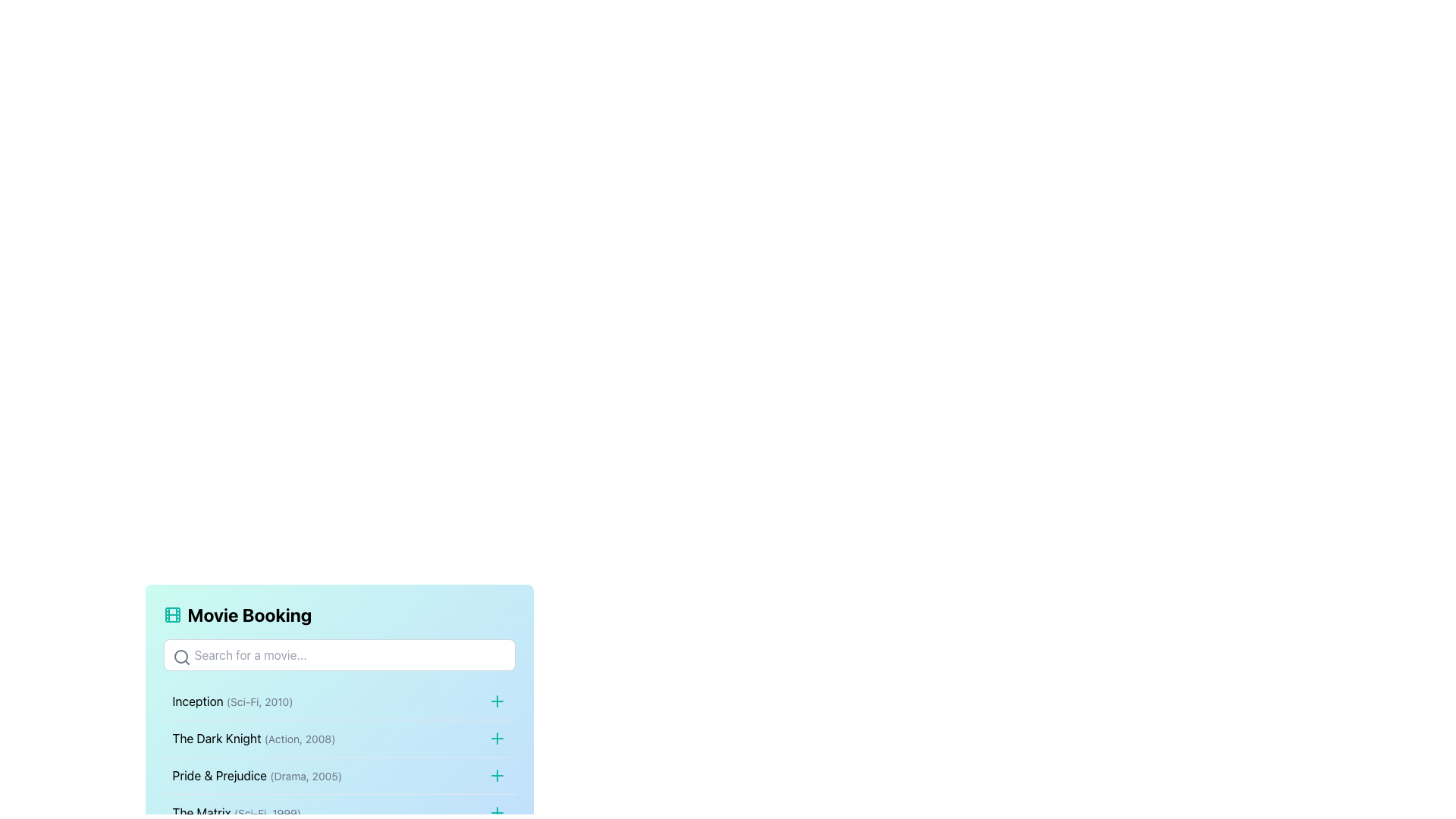  I want to click on the circular button with a teal stroke that forms a plus sign, located at the far right of the row containing 'Pride & Prejudice (Drama, 2005)', so click(497, 775).